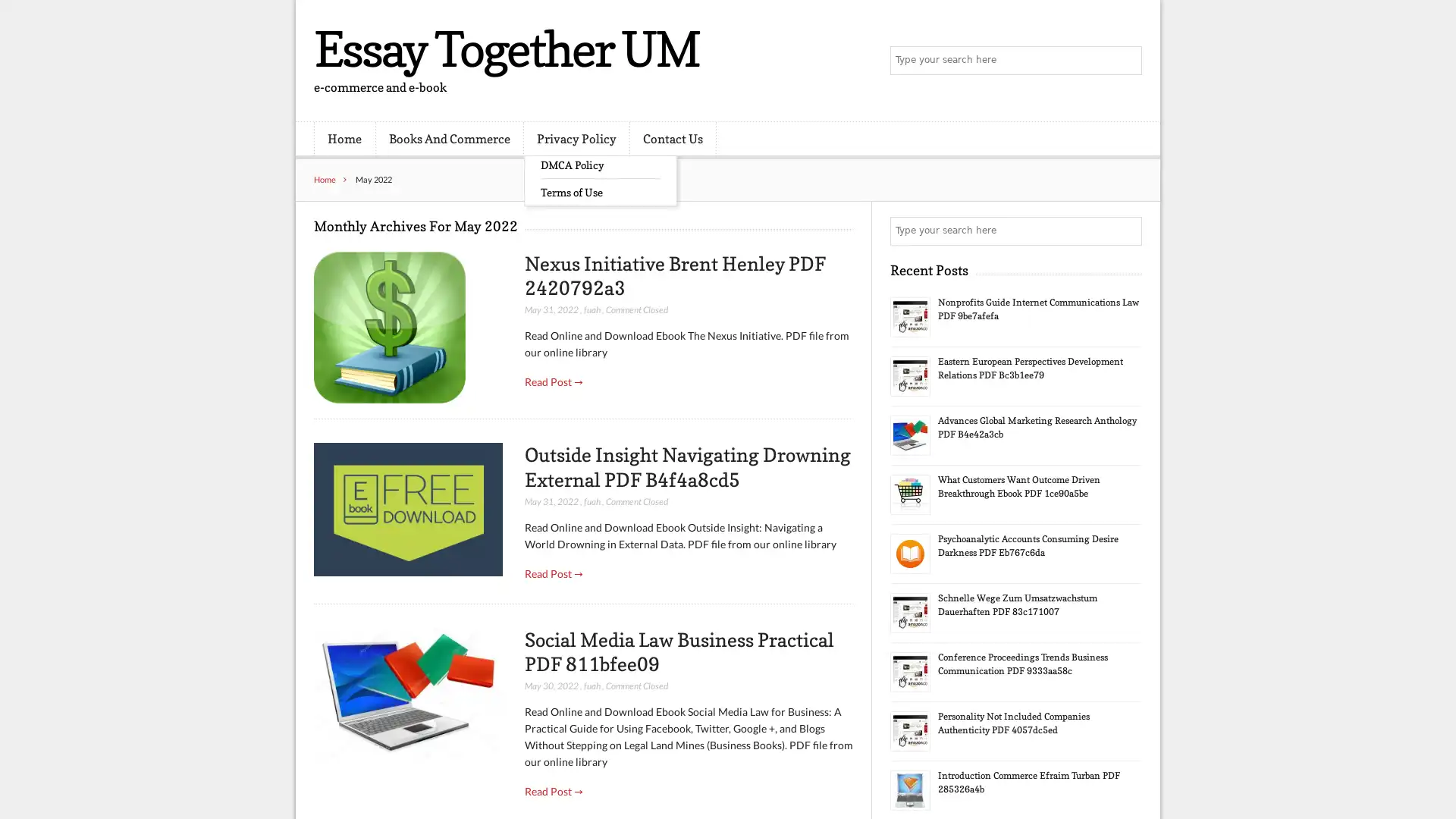 This screenshot has width=1456, height=819. Describe the element at coordinates (1126, 231) in the screenshot. I see `Search` at that location.